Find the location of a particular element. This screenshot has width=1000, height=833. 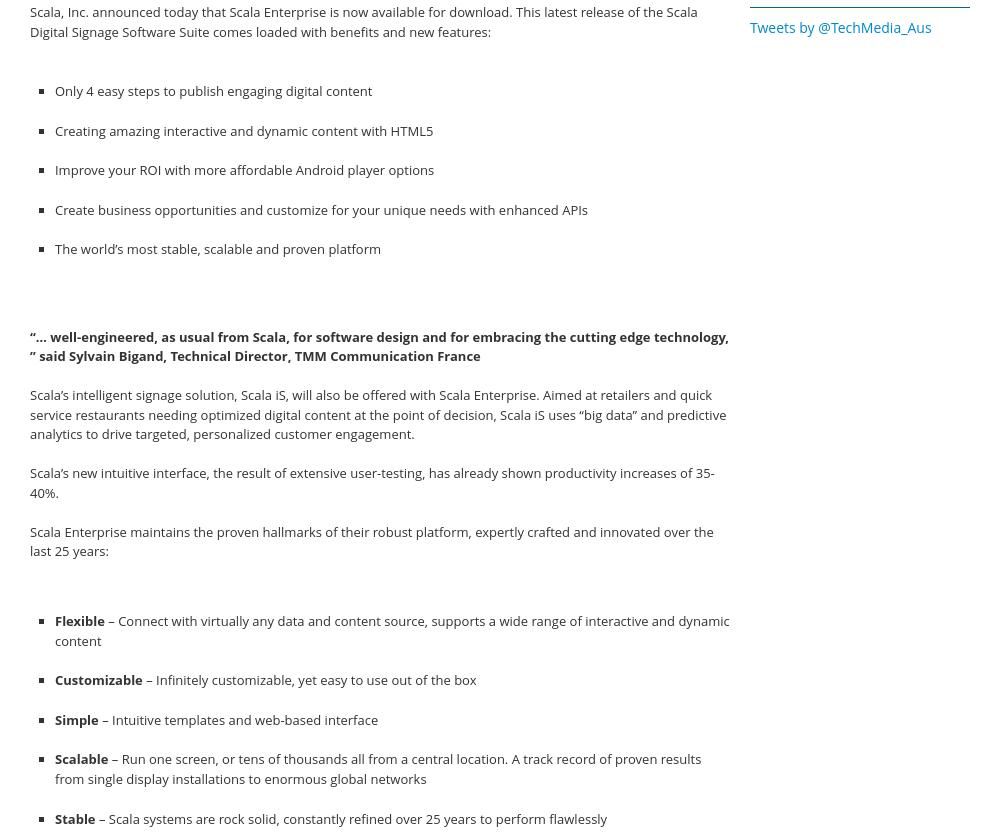

'Scalable' is located at coordinates (80, 759).